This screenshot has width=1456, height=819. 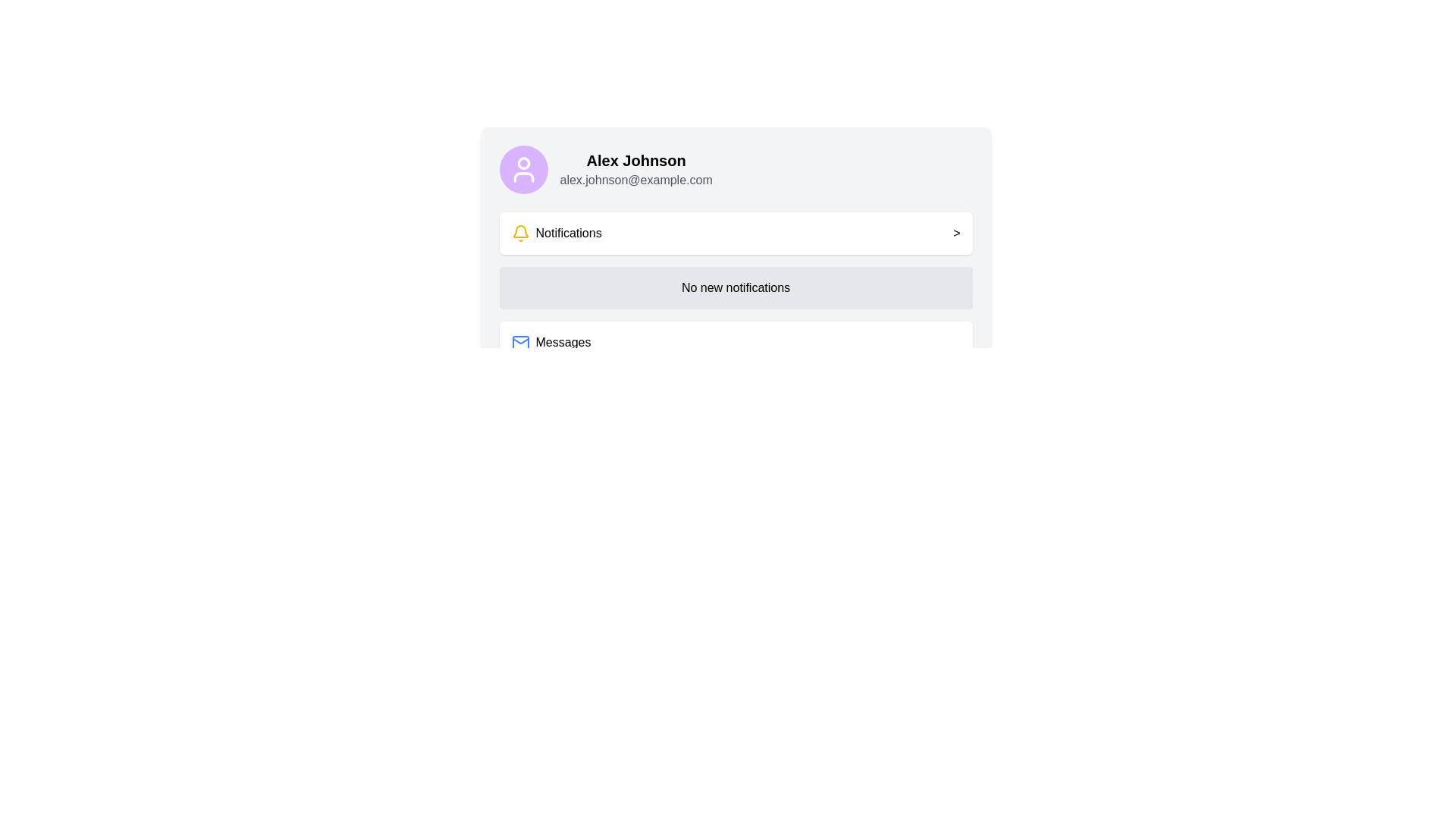 What do you see at coordinates (563, 342) in the screenshot?
I see `the 'Messages' text label, which is displayed in a bold sans-serif font beside a blue mail icon` at bounding box center [563, 342].